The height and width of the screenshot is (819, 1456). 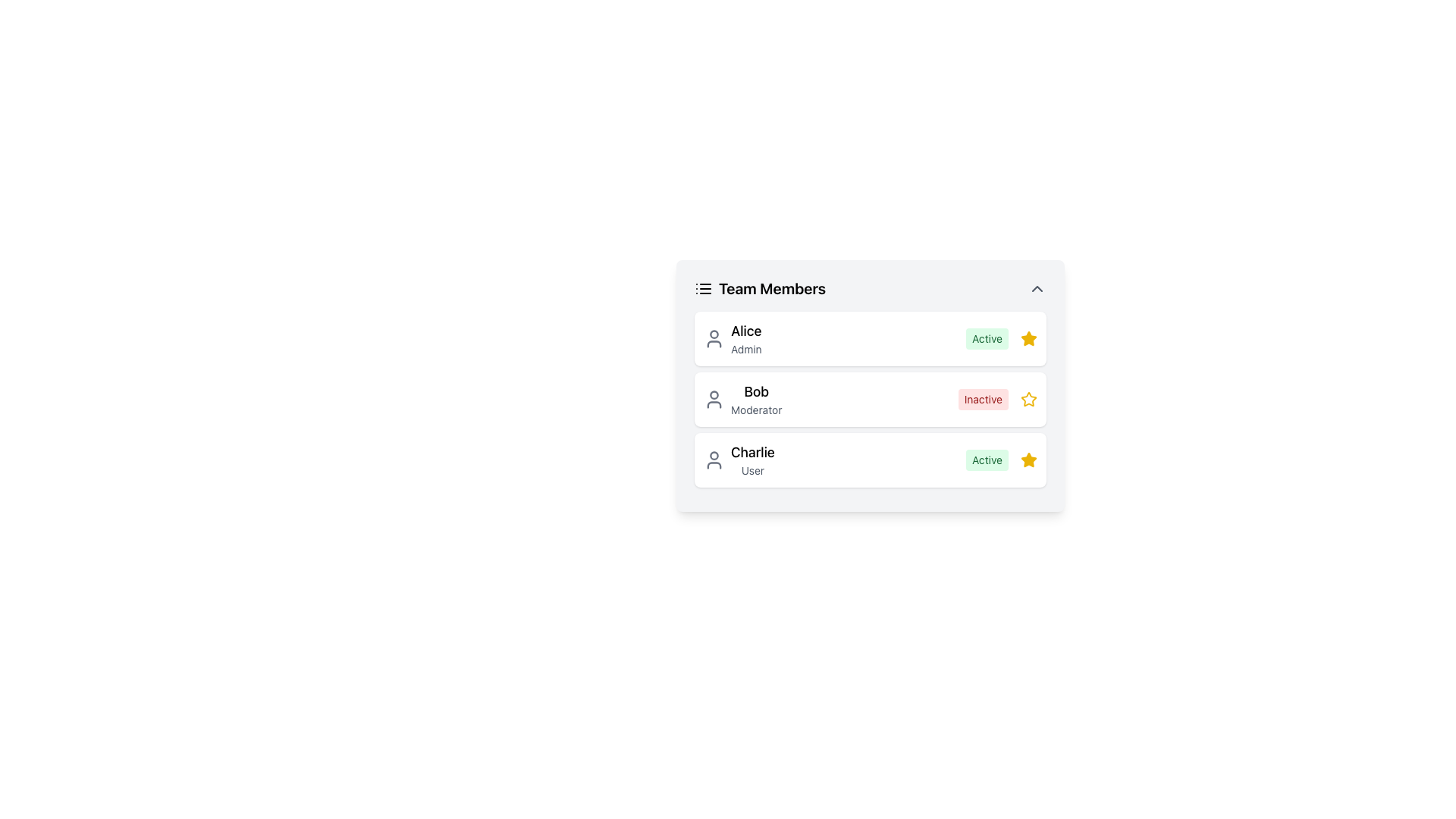 What do you see at coordinates (1001, 459) in the screenshot?
I see `the green 'Active' badge next to the user 'Charlie' in the 'Team Members' card` at bounding box center [1001, 459].